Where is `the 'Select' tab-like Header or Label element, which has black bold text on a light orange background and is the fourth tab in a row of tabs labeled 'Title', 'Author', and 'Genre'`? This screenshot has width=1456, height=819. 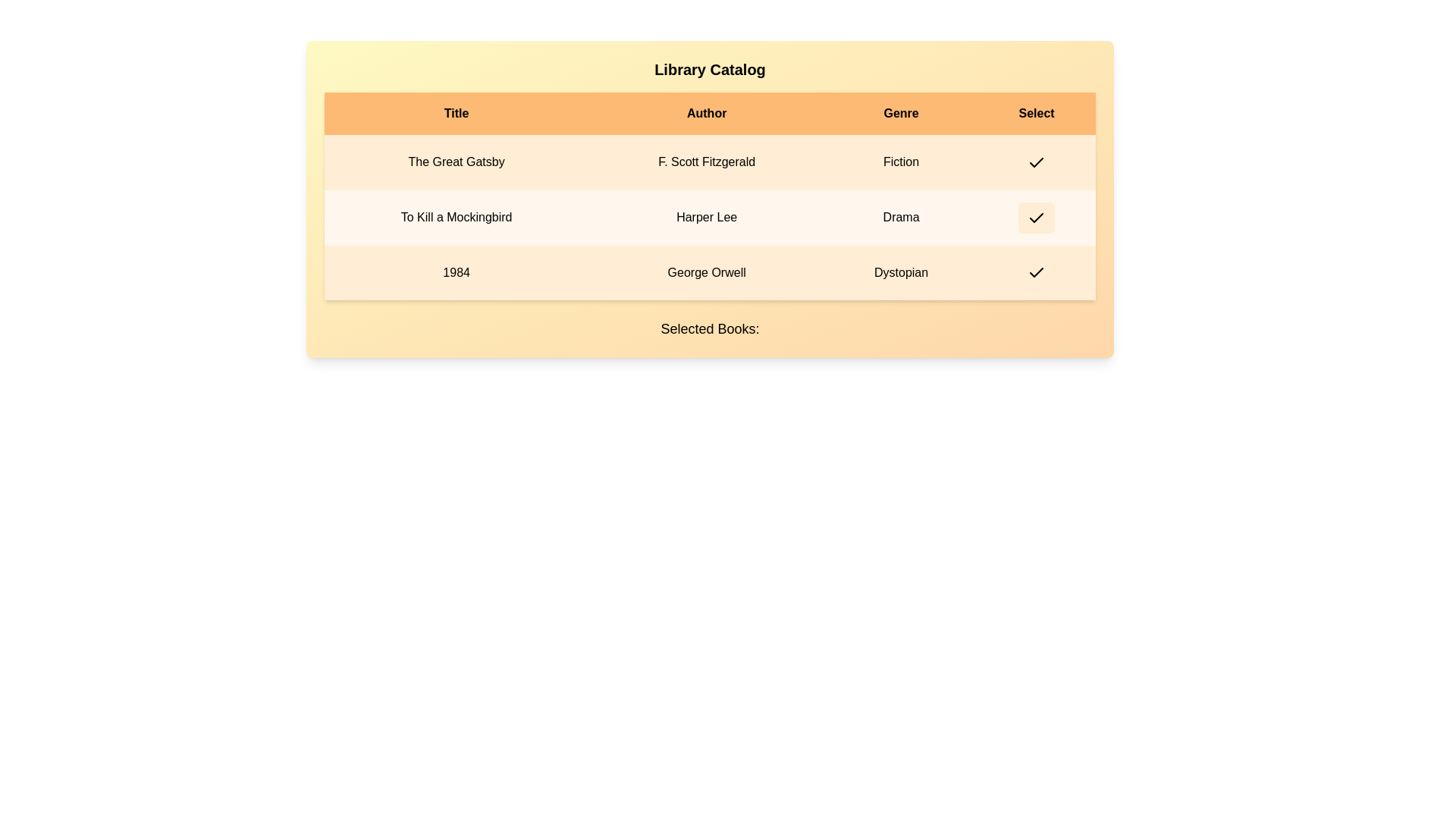
the 'Select' tab-like Header or Label element, which has black bold text on a light orange background and is the fourth tab in a row of tabs labeled 'Title', 'Author', and 'Genre' is located at coordinates (1036, 113).